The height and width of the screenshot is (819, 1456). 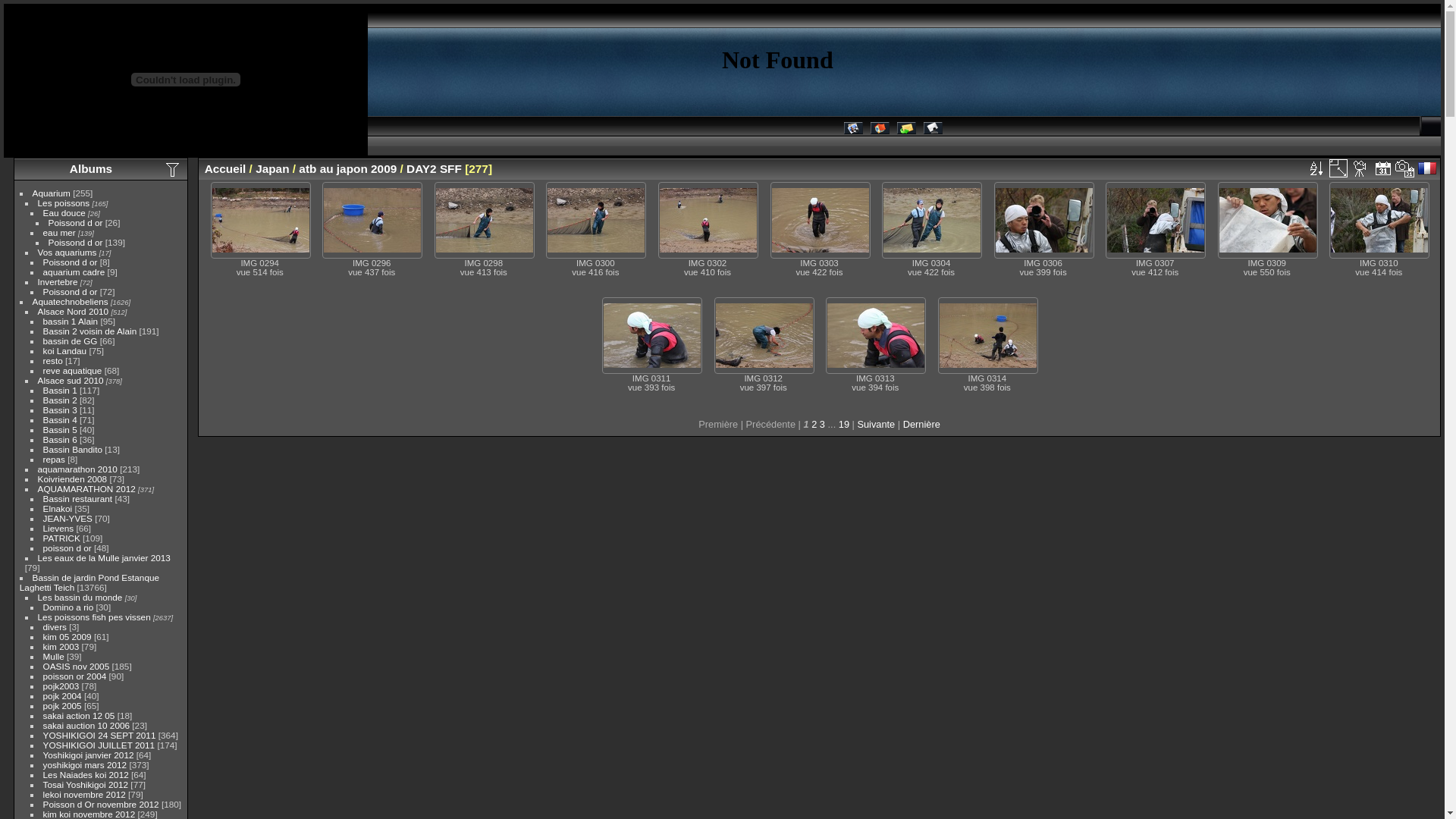 What do you see at coordinates (1350, 168) in the screenshot?
I see `'diaporama'` at bounding box center [1350, 168].